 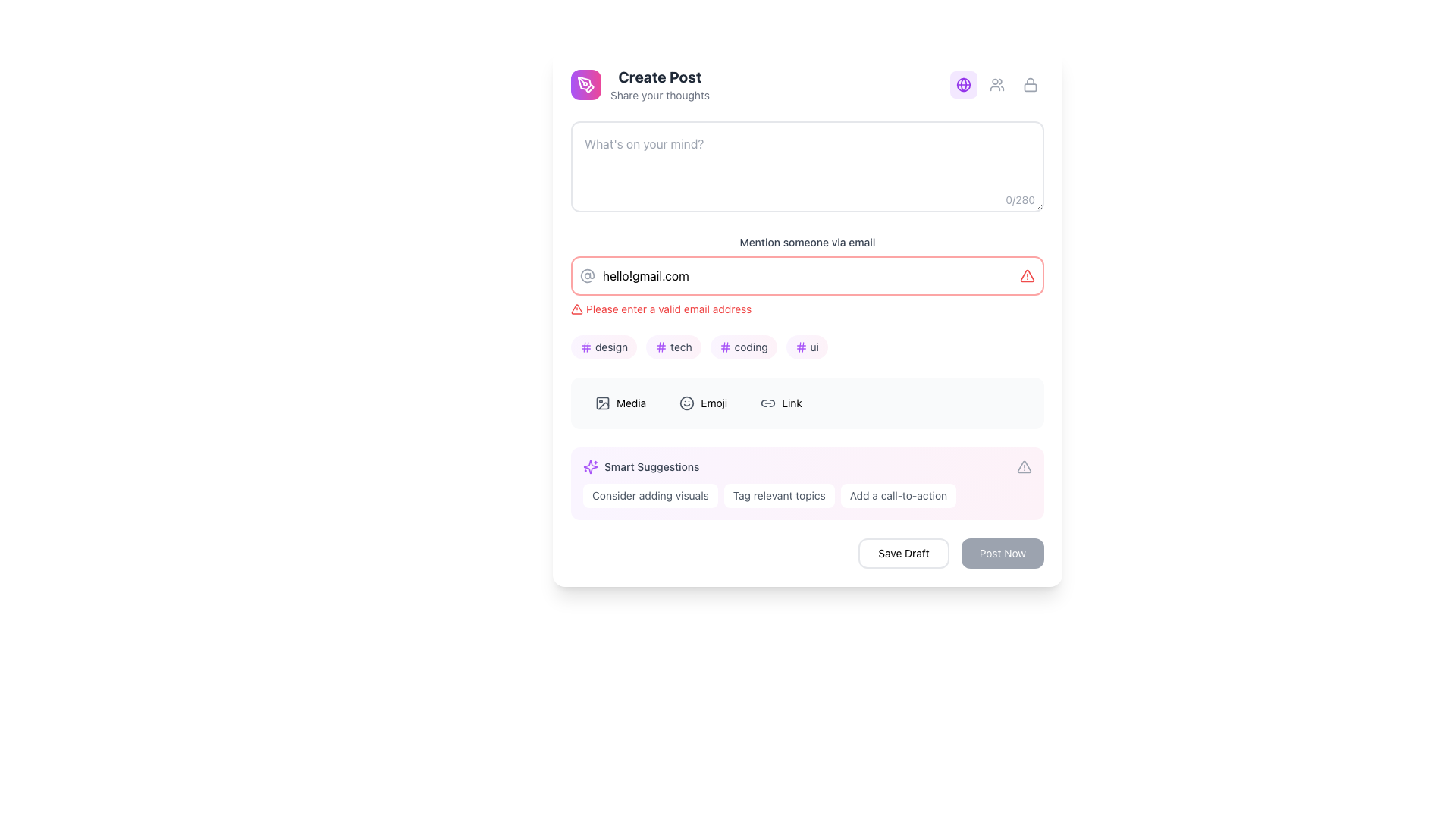 What do you see at coordinates (997, 84) in the screenshot?
I see `the user management button located at the top-right corner of the interface` at bounding box center [997, 84].